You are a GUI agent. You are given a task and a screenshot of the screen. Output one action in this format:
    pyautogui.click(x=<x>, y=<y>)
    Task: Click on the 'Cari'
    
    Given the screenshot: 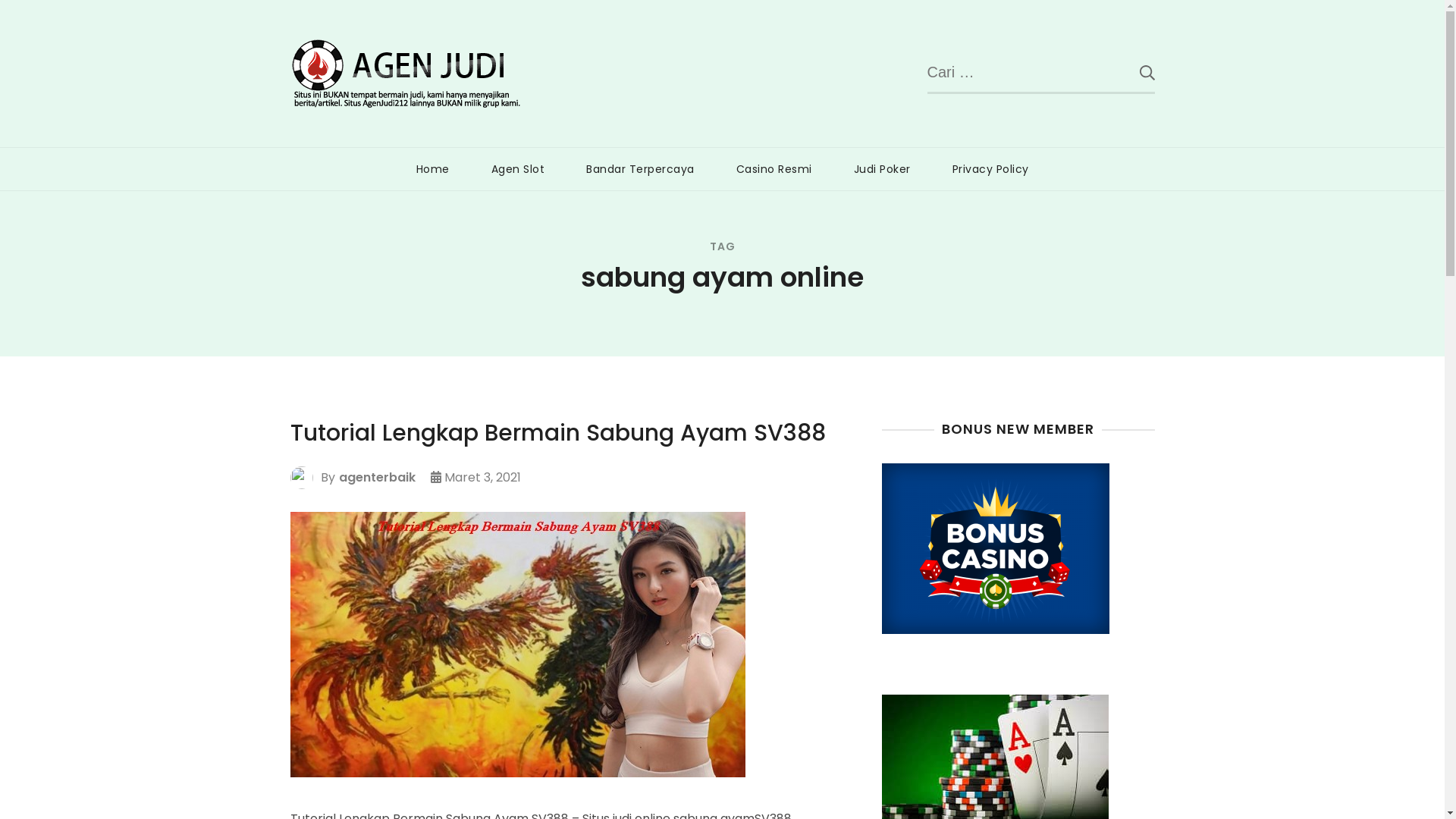 What is the action you would take?
    pyautogui.click(x=1116, y=72)
    